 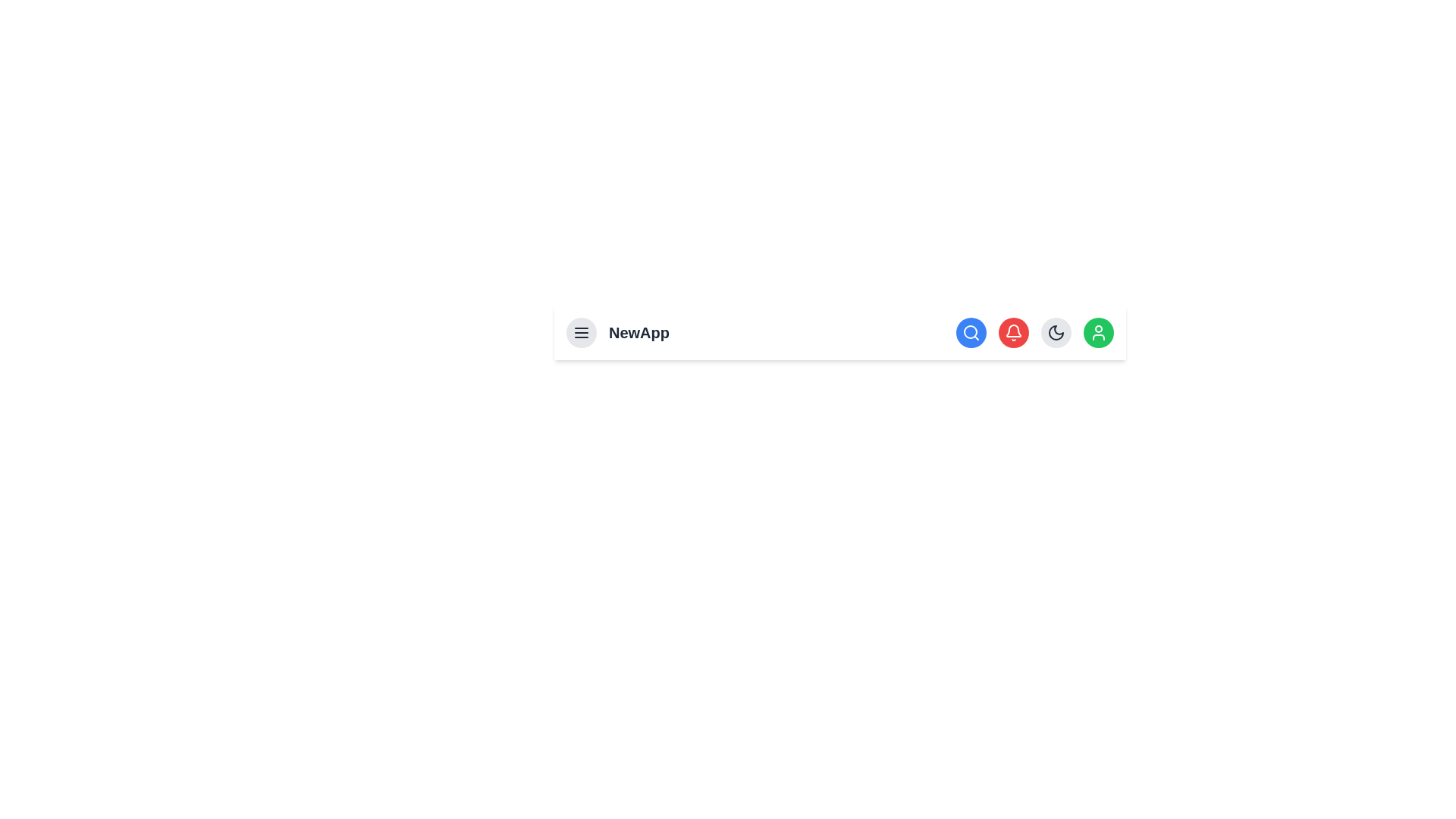 I want to click on the title text 'NewApp', so click(x=639, y=332).